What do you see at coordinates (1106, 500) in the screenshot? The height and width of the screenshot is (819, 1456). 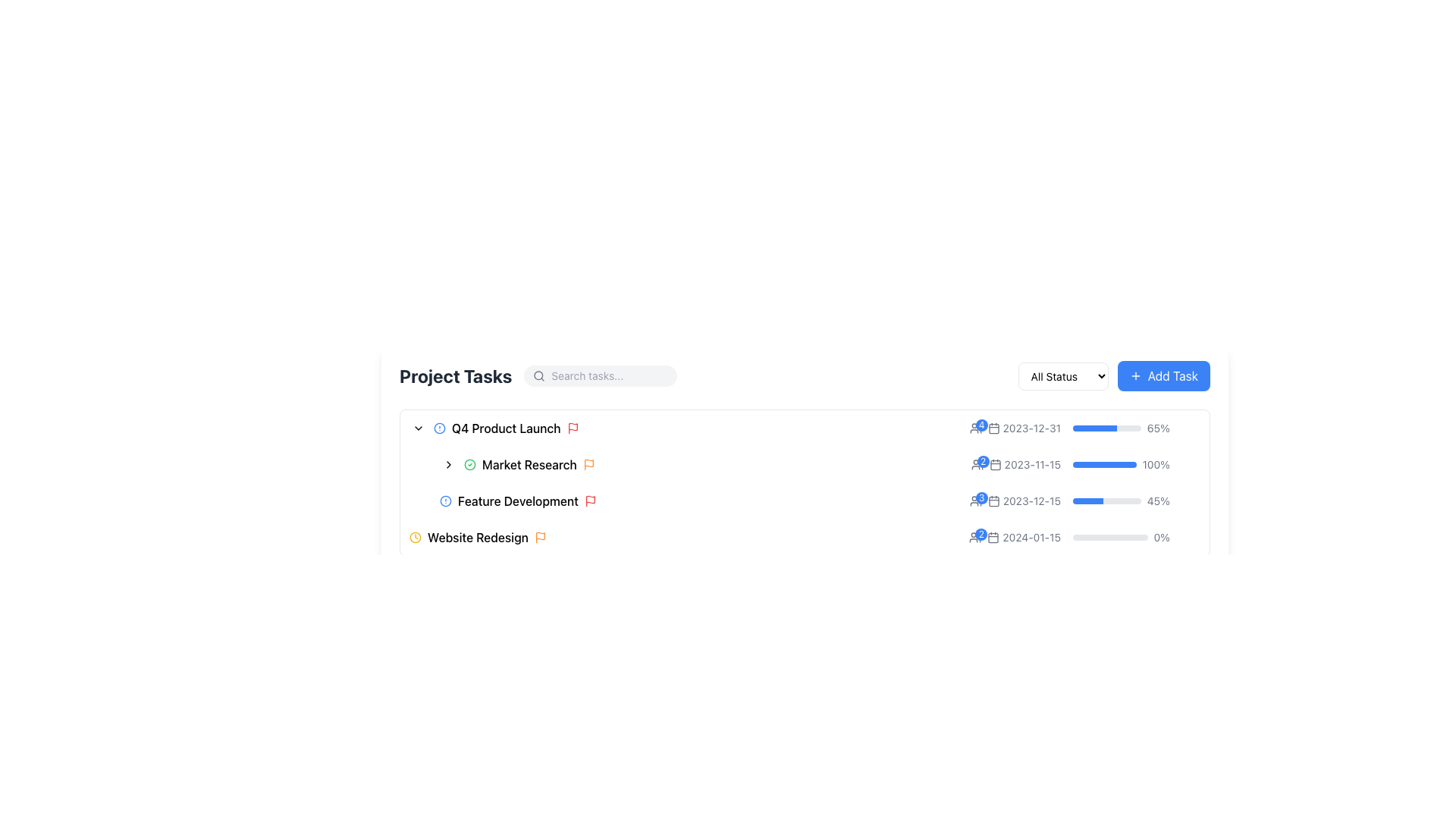 I see `the completion percentage of the progress bar, which is a horizontal bar with a light gray background and a blue filled portion indicating progress, located in the task list for the date 2023-12-15 as the third item` at bounding box center [1106, 500].